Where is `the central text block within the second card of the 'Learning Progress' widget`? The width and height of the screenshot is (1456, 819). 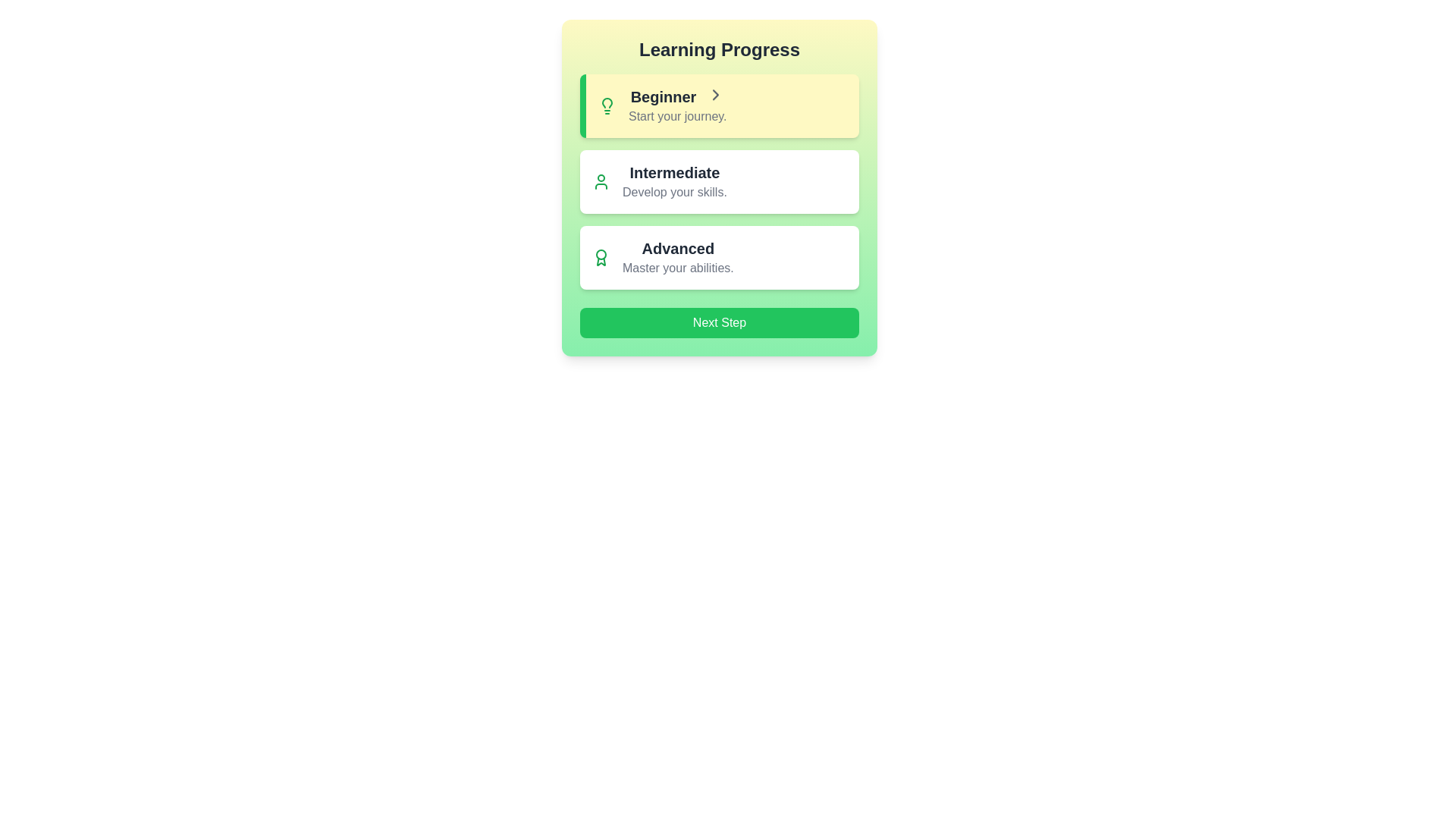
the central text block within the second card of the 'Learning Progress' widget is located at coordinates (673, 180).